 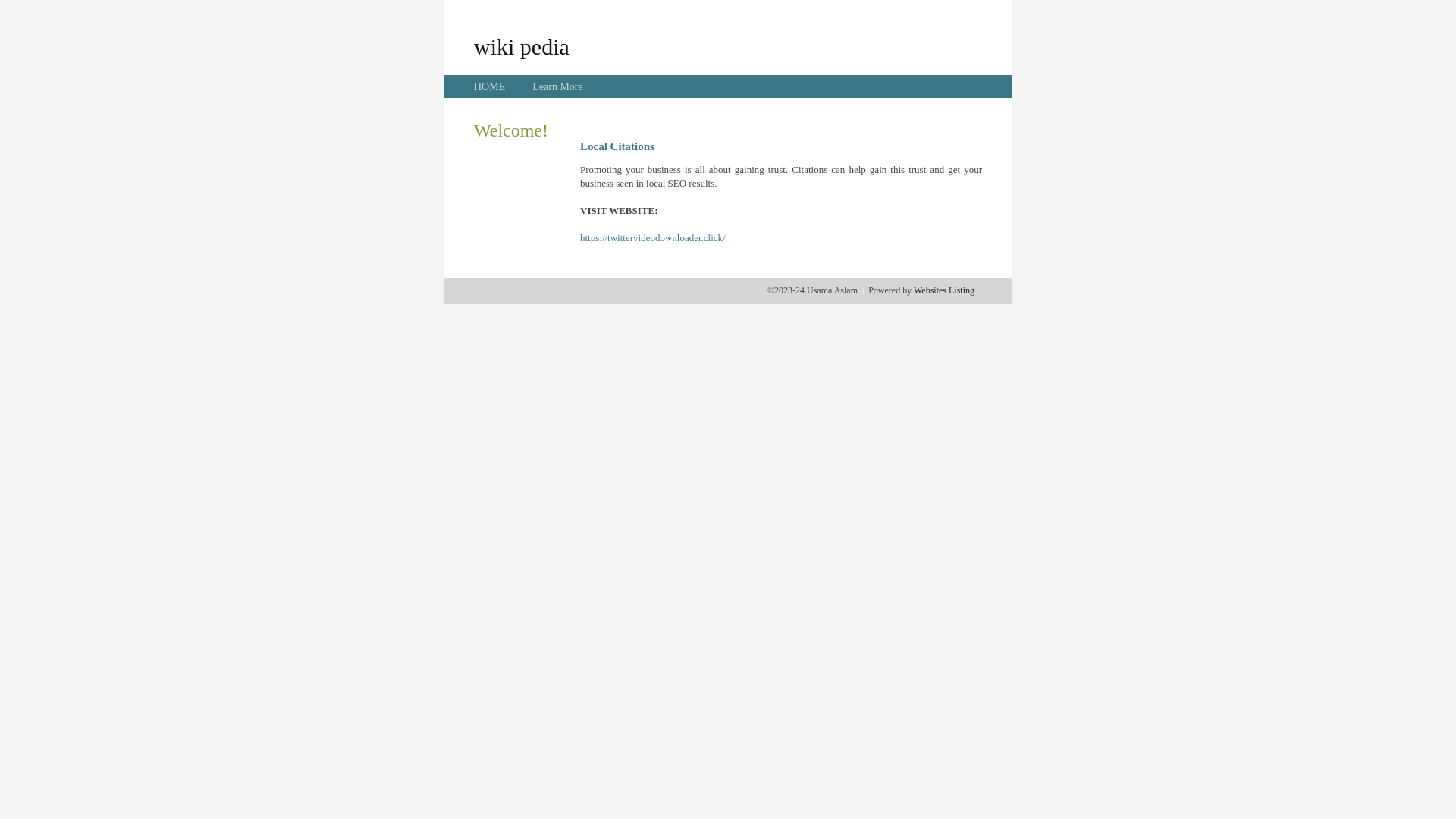 I want to click on 'Learn More', so click(x=532, y=86).